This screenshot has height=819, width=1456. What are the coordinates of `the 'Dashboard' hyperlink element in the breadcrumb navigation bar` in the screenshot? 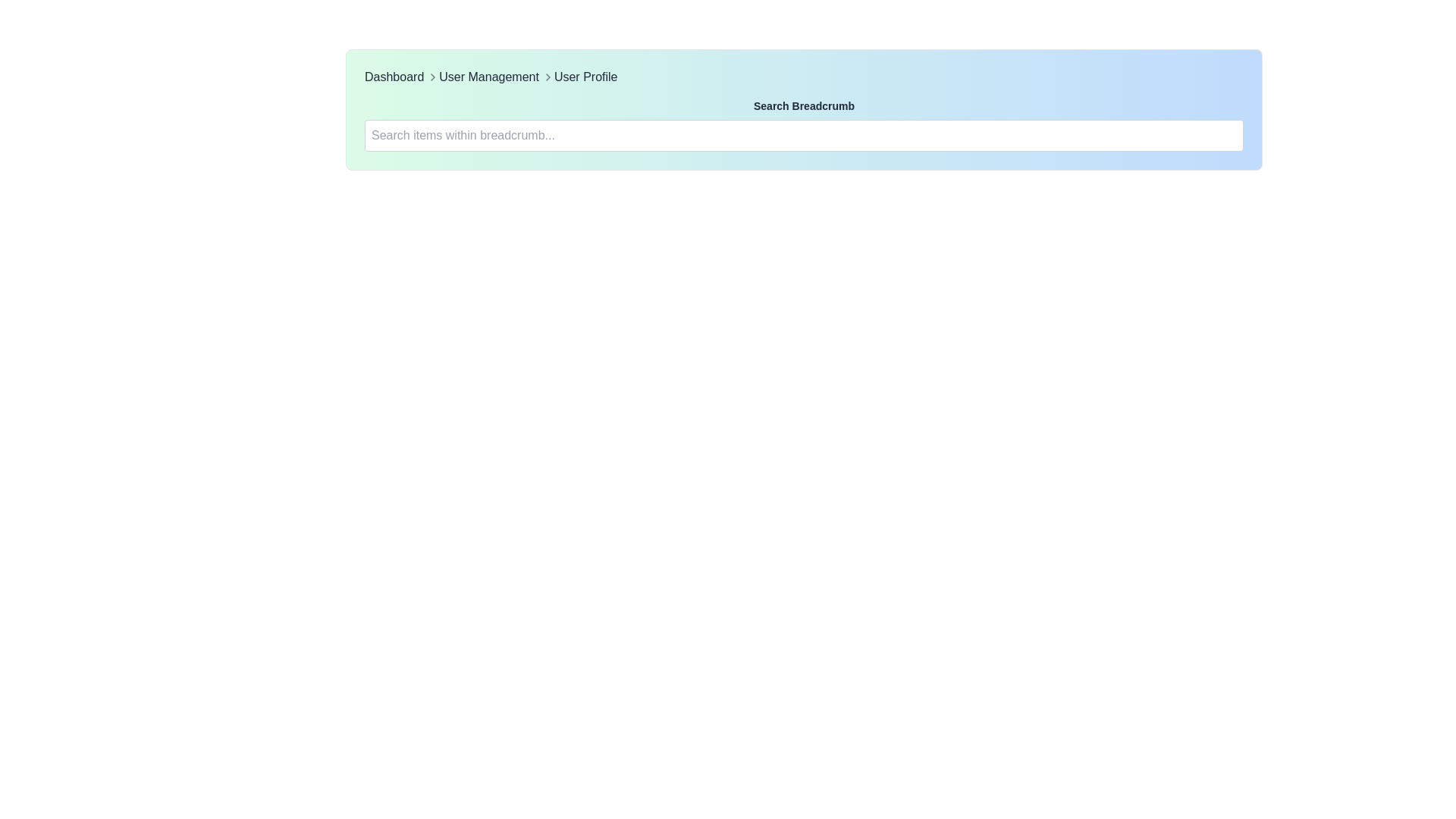 It's located at (394, 77).